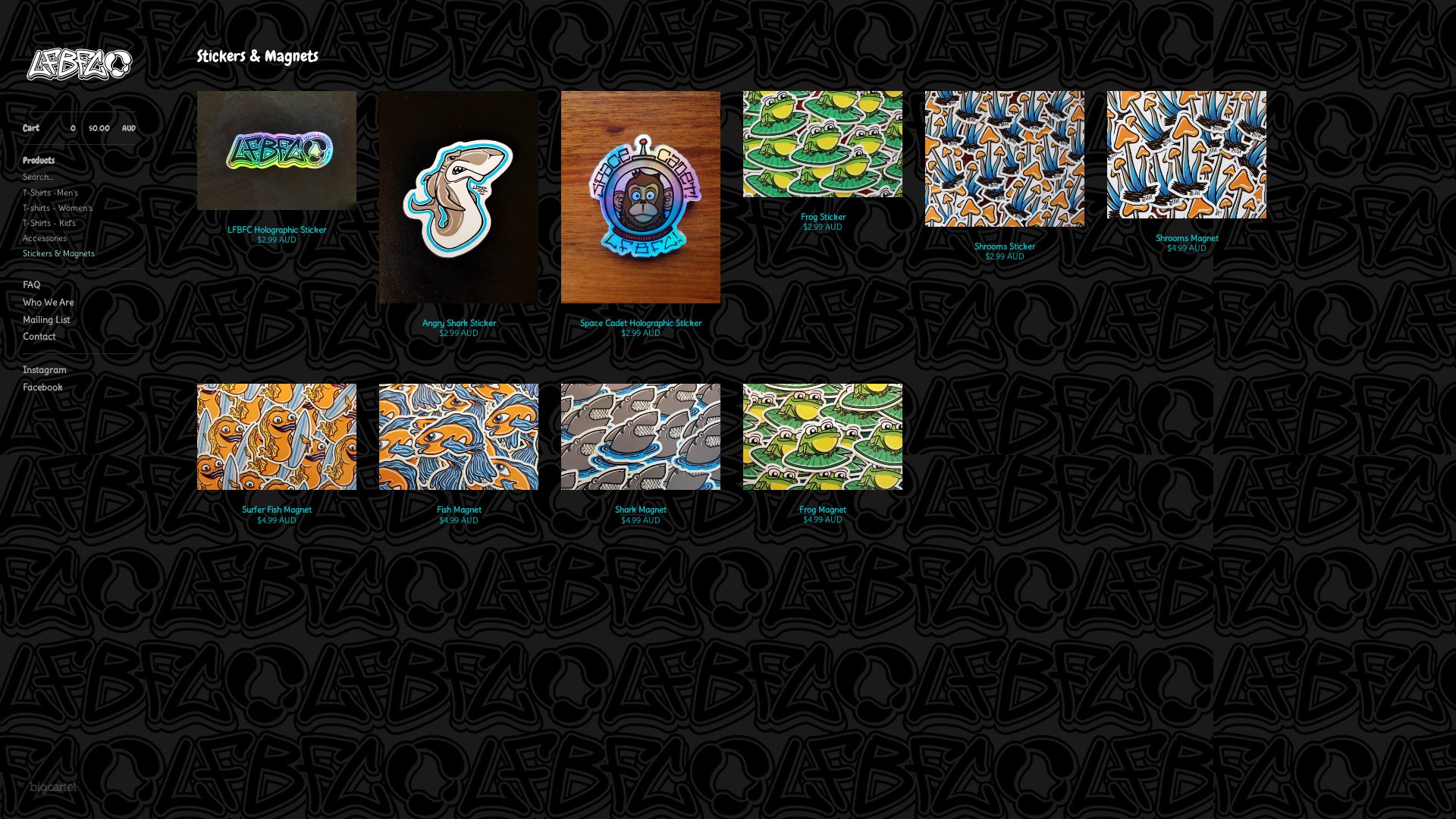 The image size is (1456, 819). I want to click on 'T-Shirts -Men's', so click(78, 192).